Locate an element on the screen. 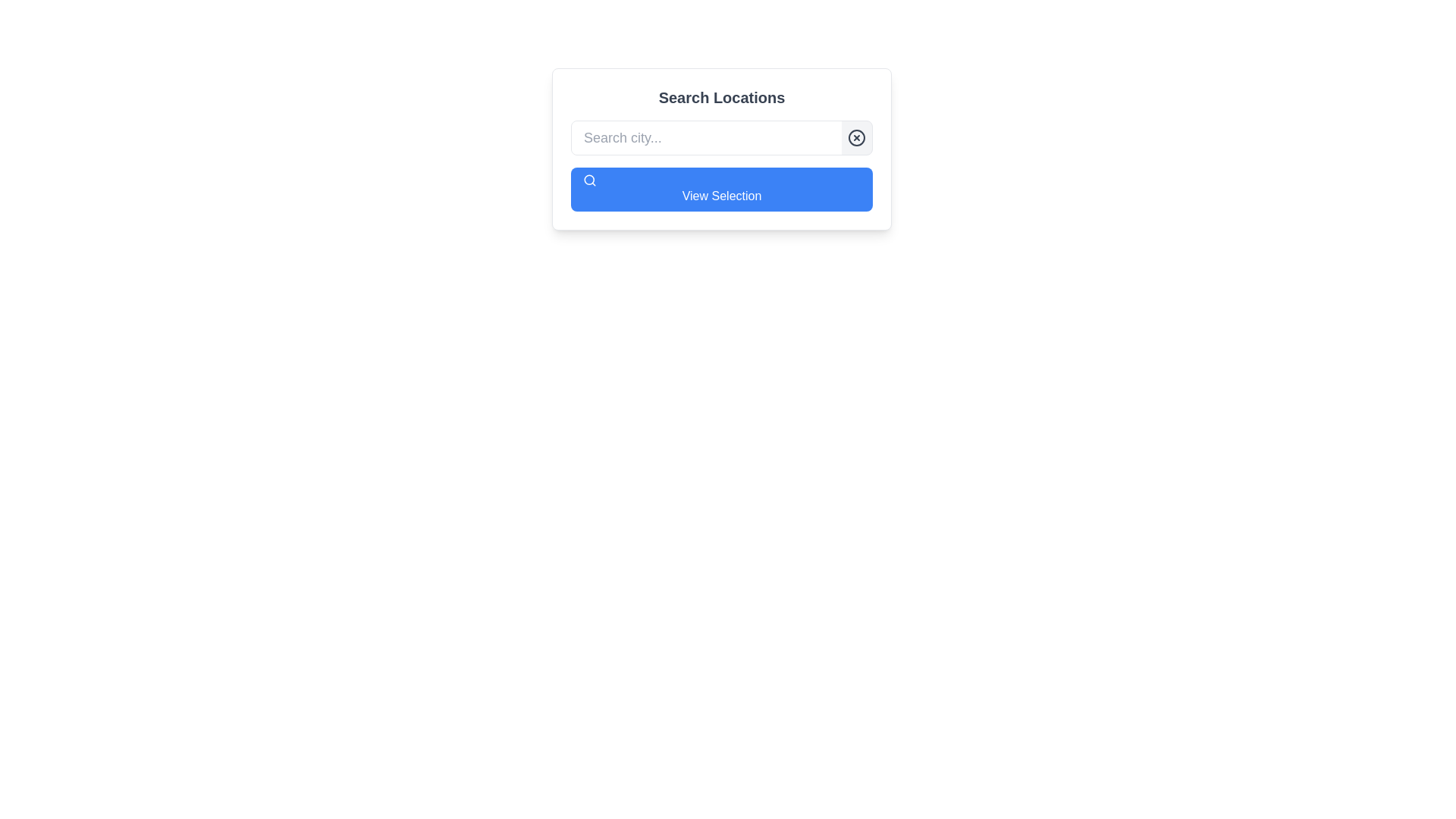 This screenshot has height=819, width=1456. the clear button icon located at the far right end of the horizontal layout to clear the text from the adjacent input field is located at coordinates (856, 137).